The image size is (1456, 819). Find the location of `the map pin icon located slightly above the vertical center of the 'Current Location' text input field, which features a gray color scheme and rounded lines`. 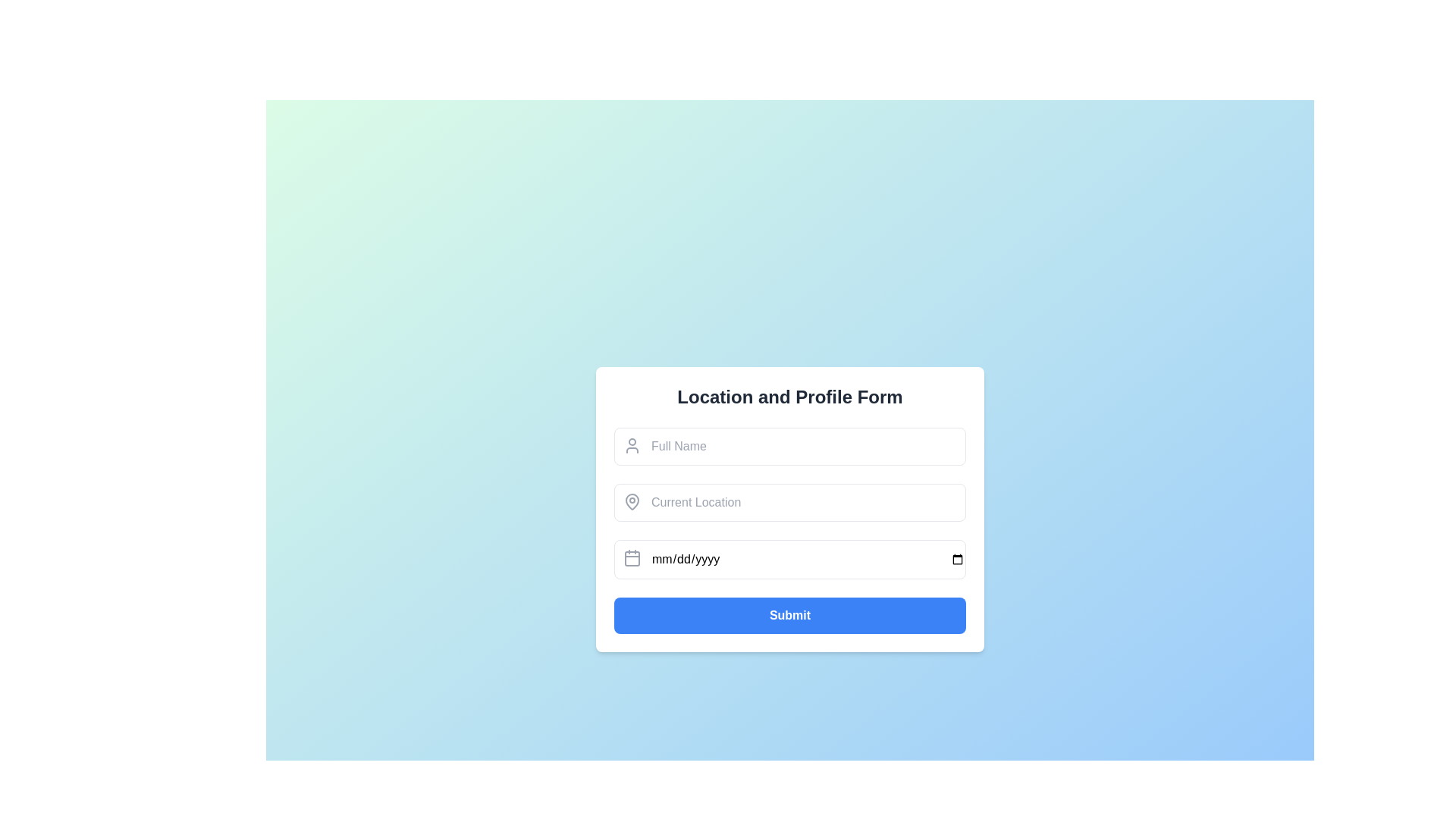

the map pin icon located slightly above the vertical center of the 'Current Location' text input field, which features a gray color scheme and rounded lines is located at coordinates (632, 502).